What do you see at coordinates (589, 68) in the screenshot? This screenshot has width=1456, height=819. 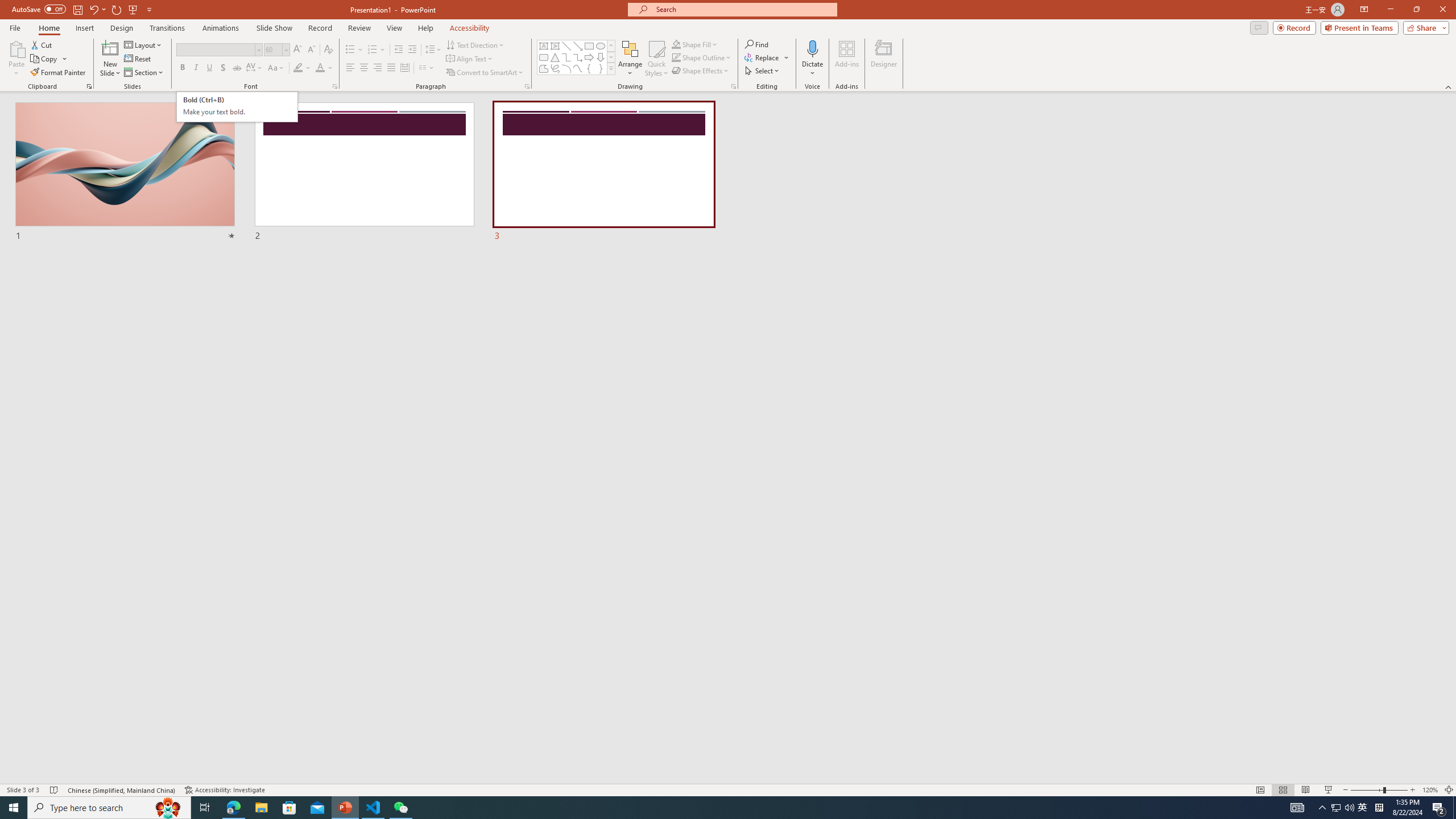 I see `'Left Brace'` at bounding box center [589, 68].